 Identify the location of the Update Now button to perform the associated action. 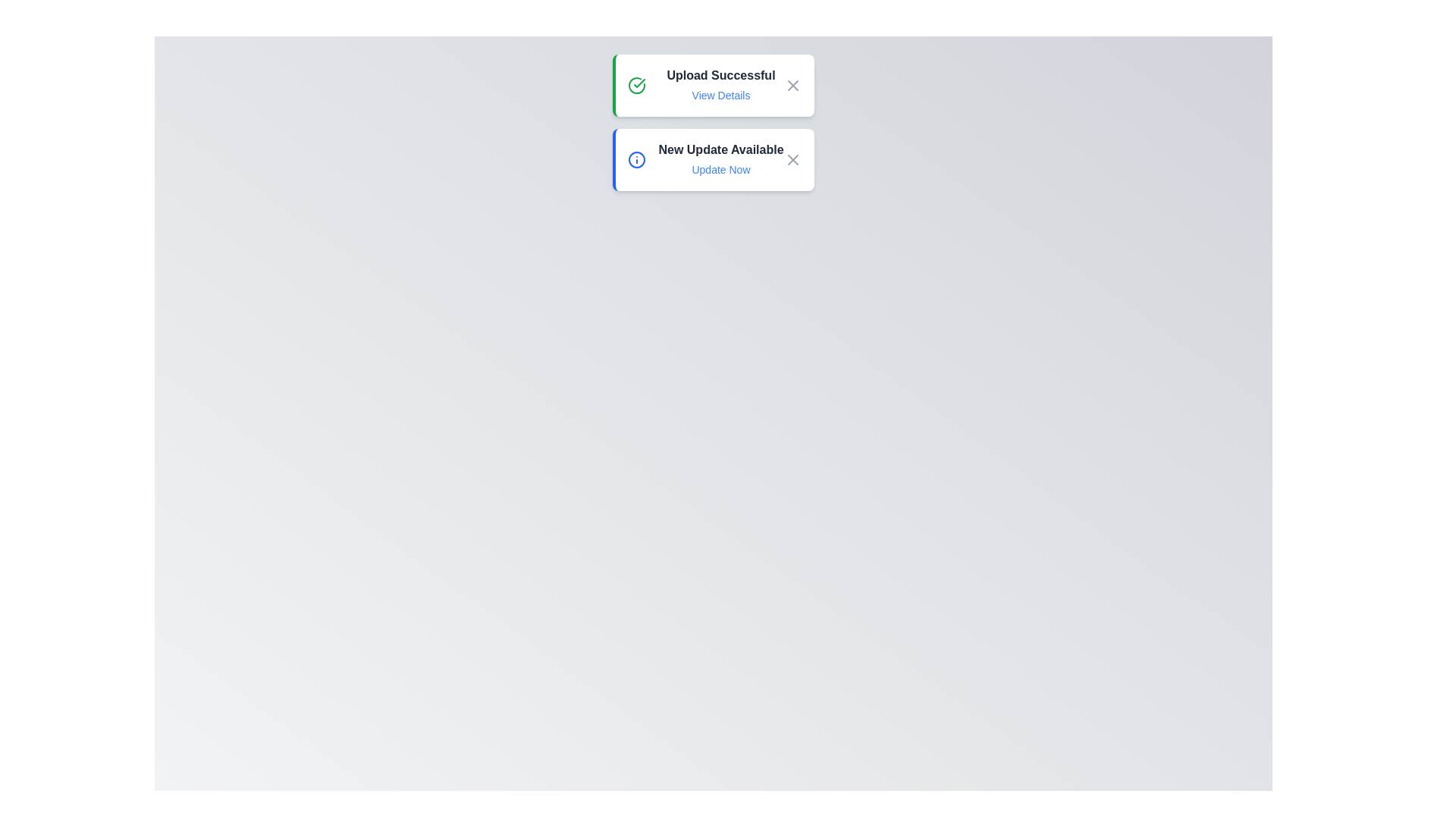
(720, 169).